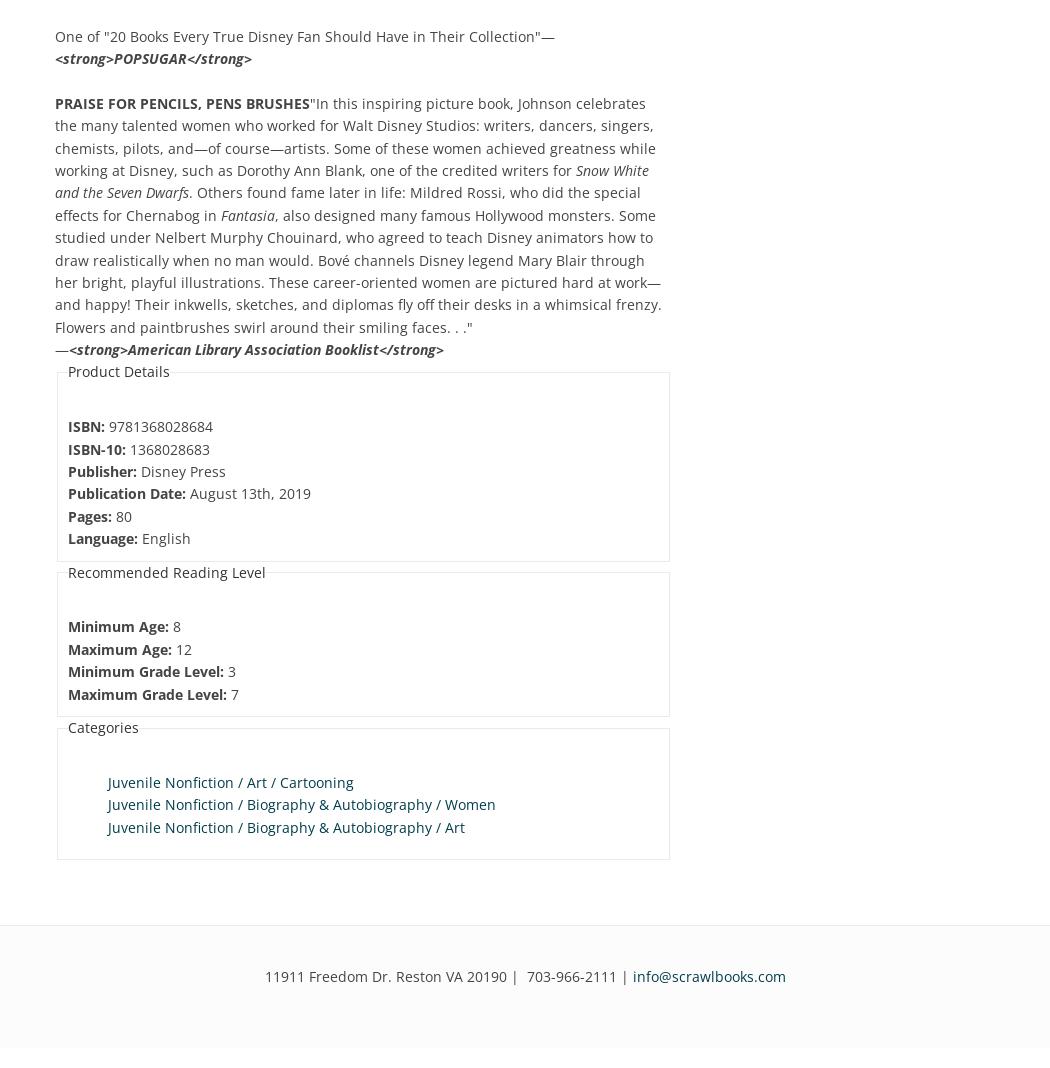 This screenshot has height=1068, width=1050. I want to click on 'ISBN:', so click(67, 426).